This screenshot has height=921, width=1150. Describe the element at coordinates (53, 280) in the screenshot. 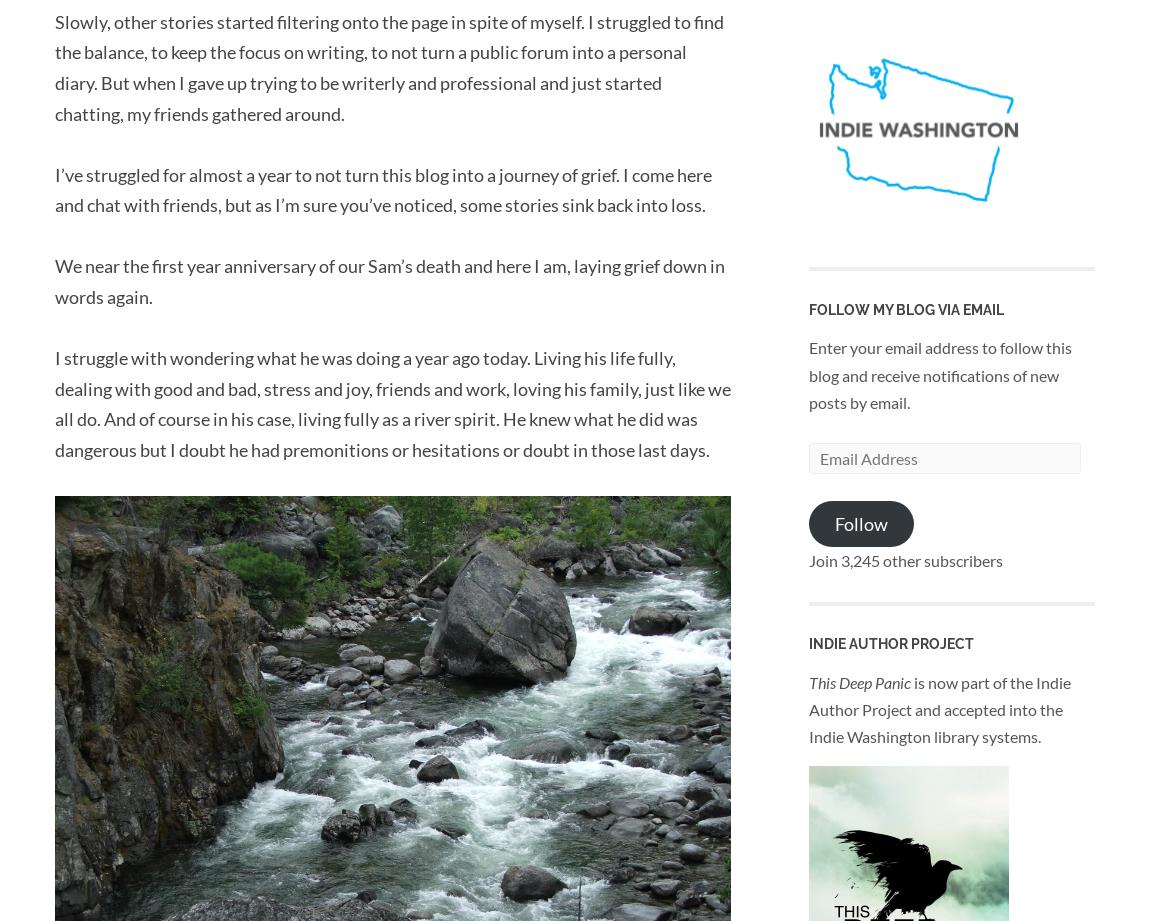

I see `'We near the first year anniversary of our Sam’s death and here I am, laying grief down in words again.'` at that location.